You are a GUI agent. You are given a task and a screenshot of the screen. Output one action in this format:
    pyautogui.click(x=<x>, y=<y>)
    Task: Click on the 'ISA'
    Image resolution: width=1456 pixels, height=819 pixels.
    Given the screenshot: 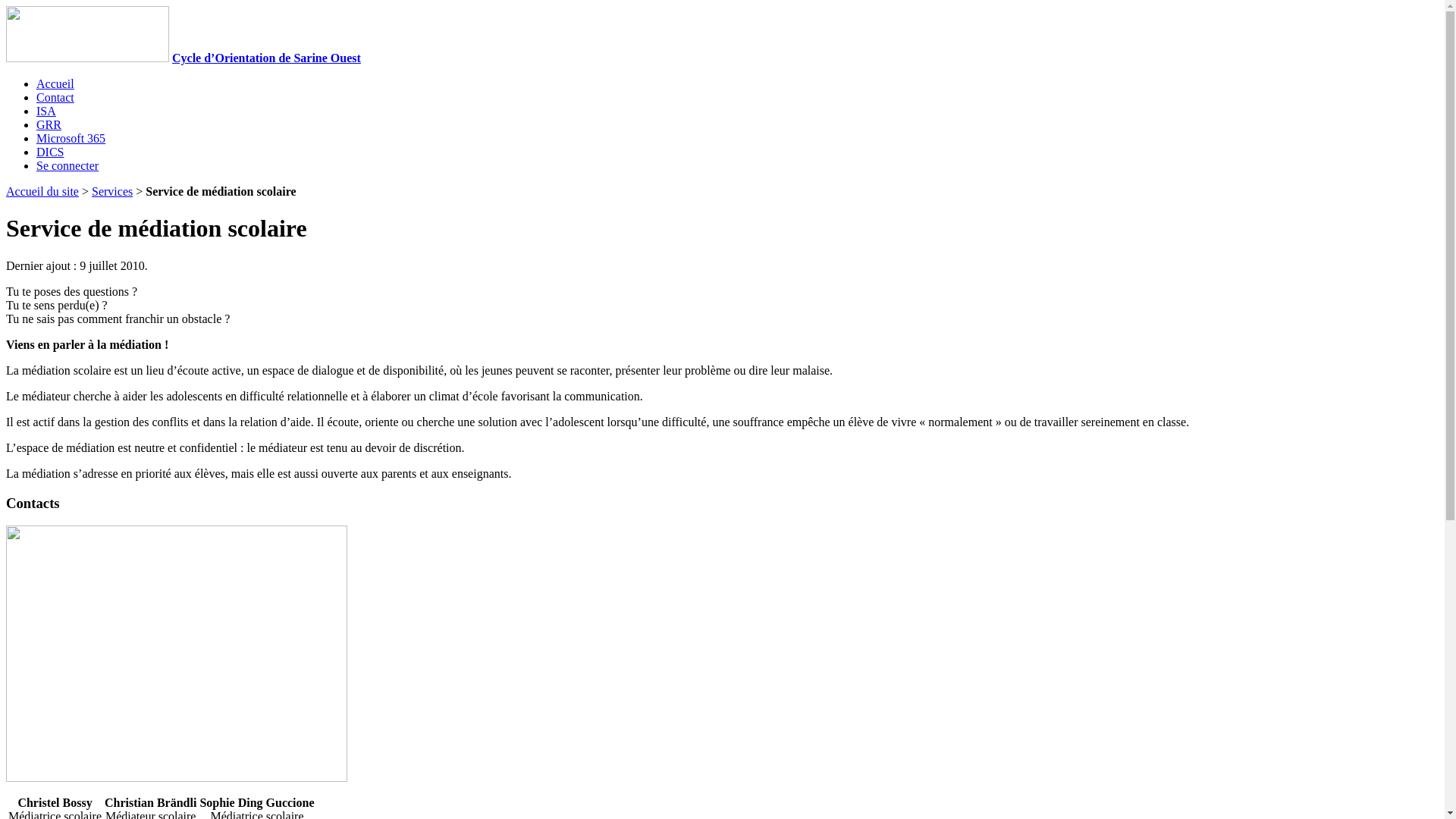 What is the action you would take?
    pyautogui.click(x=46, y=110)
    